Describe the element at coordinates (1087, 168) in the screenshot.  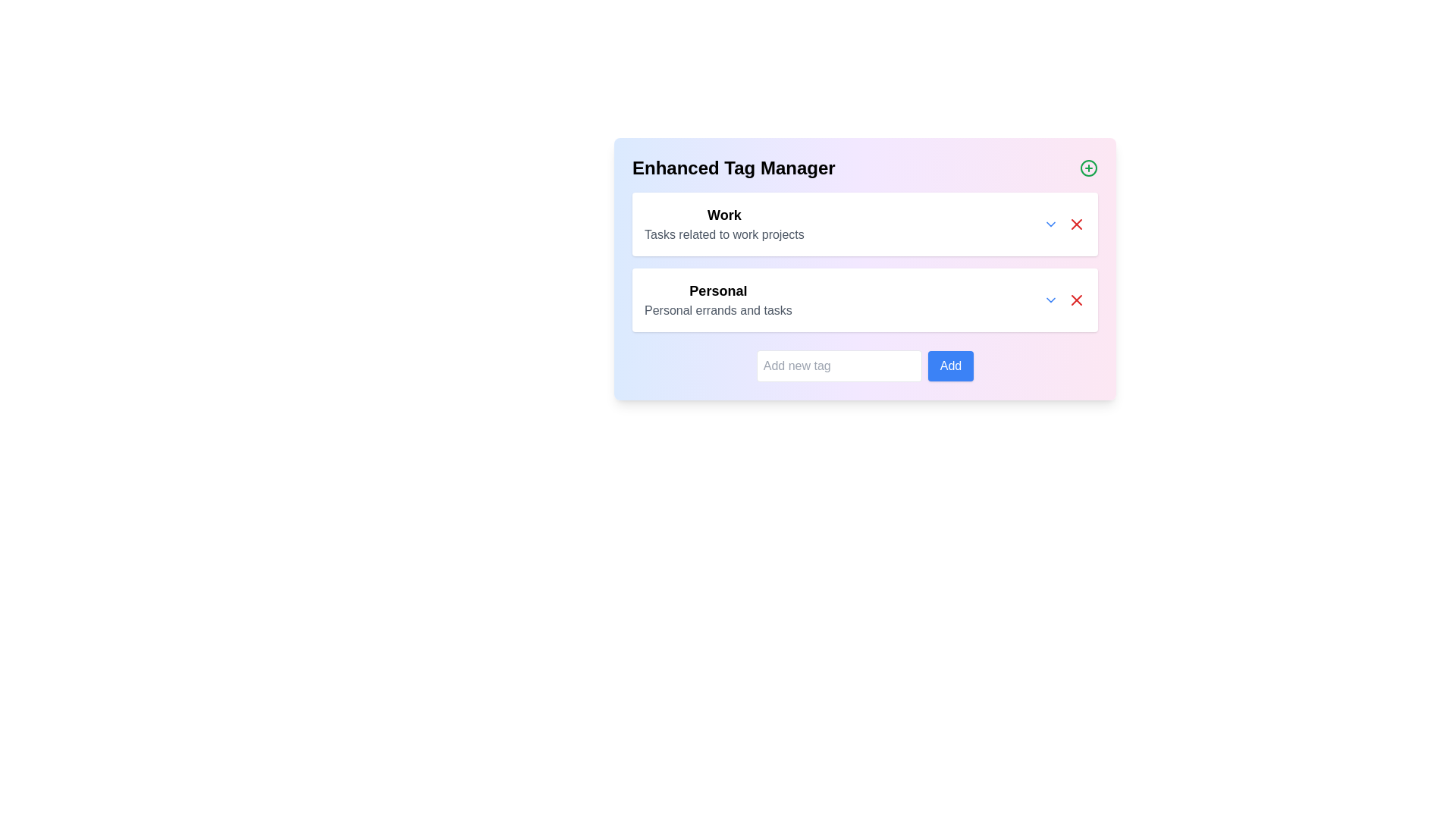
I see `the plus icon button located in the top-right corner of the 'Enhanced Tag Manager' card` at that location.